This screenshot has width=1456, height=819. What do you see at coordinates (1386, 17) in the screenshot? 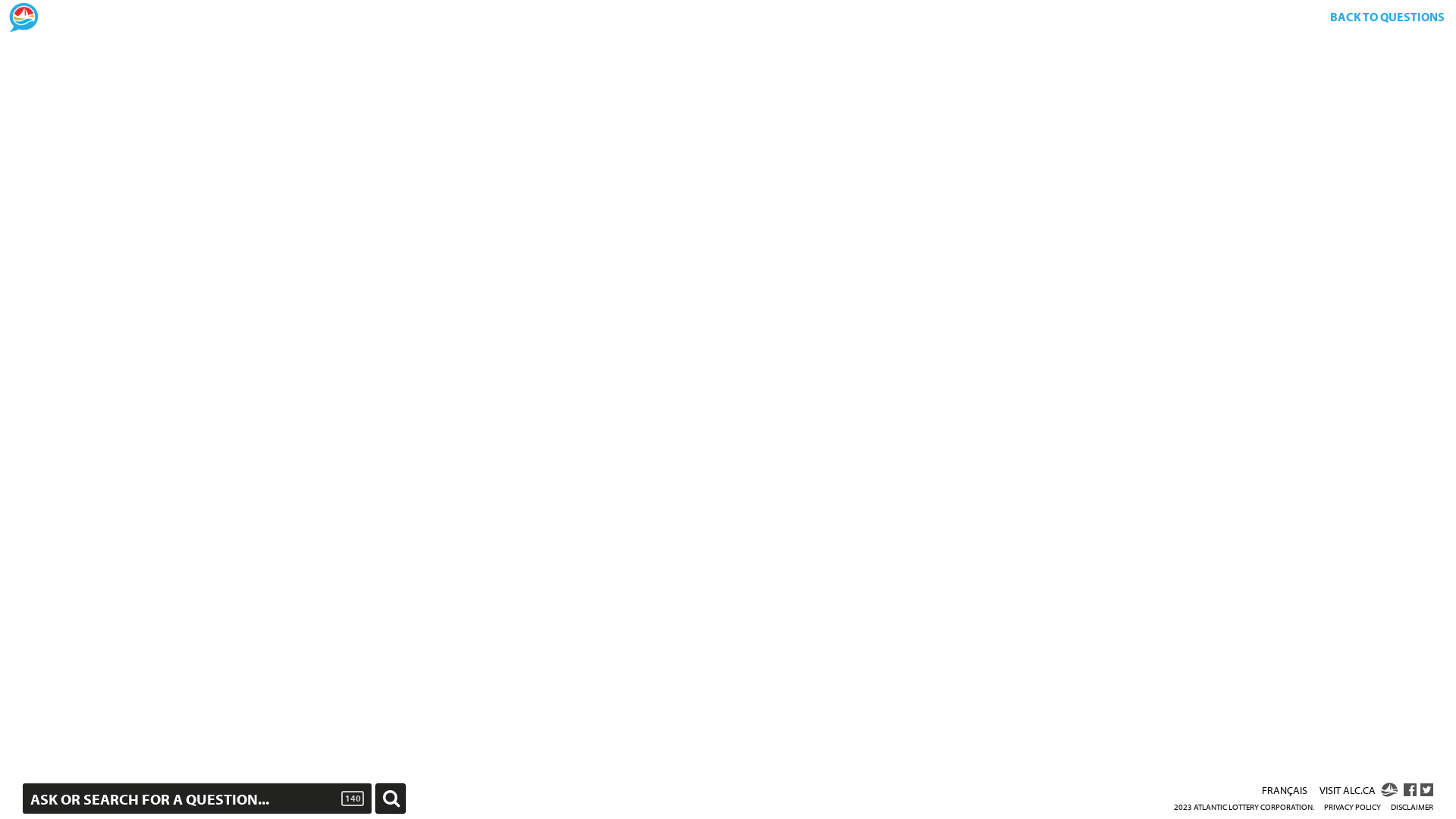
I see `'BACK TO QUESTIONS'` at bounding box center [1386, 17].